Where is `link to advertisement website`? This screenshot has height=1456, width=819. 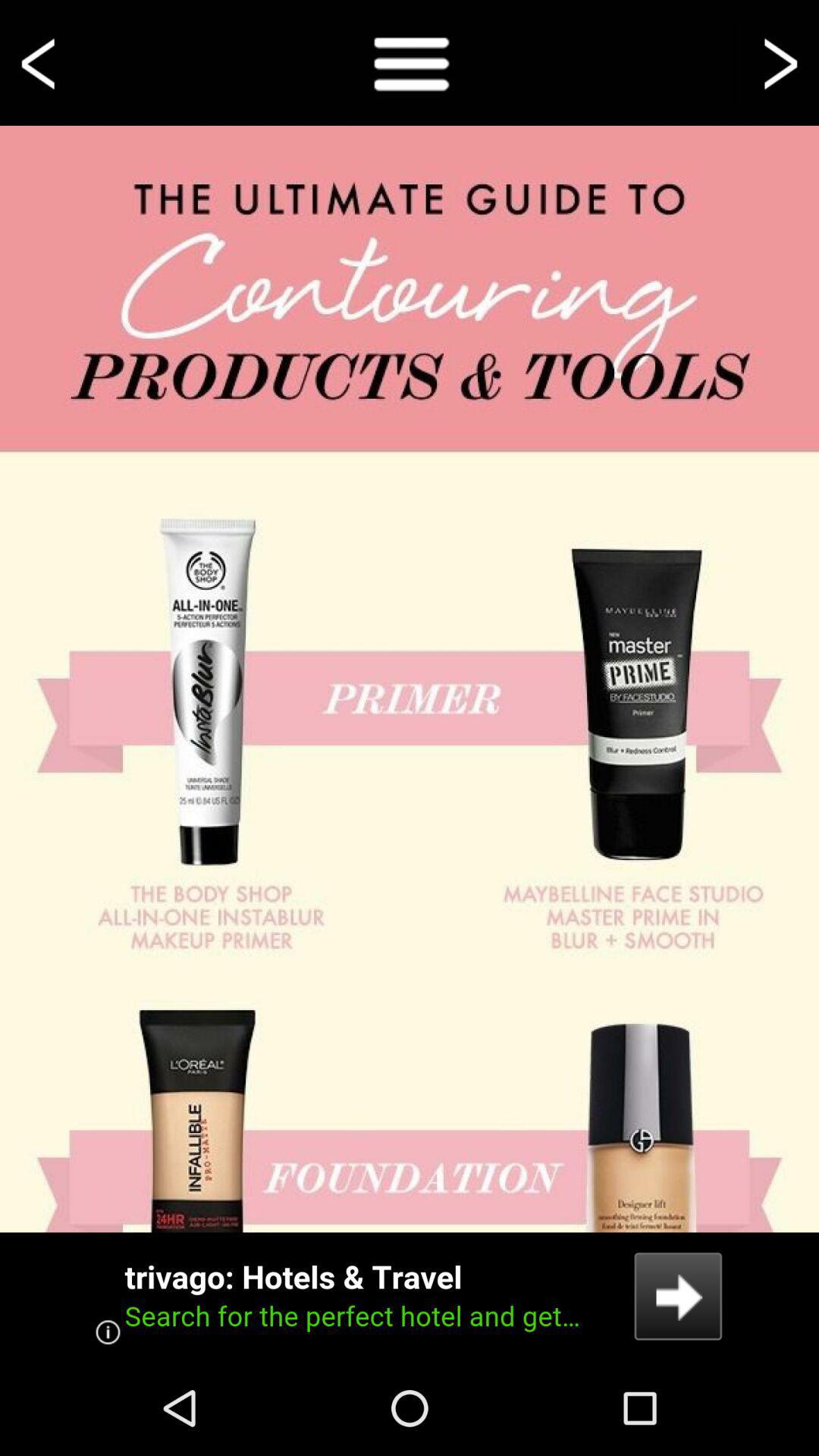
link to advertisement website is located at coordinates (409, 1295).